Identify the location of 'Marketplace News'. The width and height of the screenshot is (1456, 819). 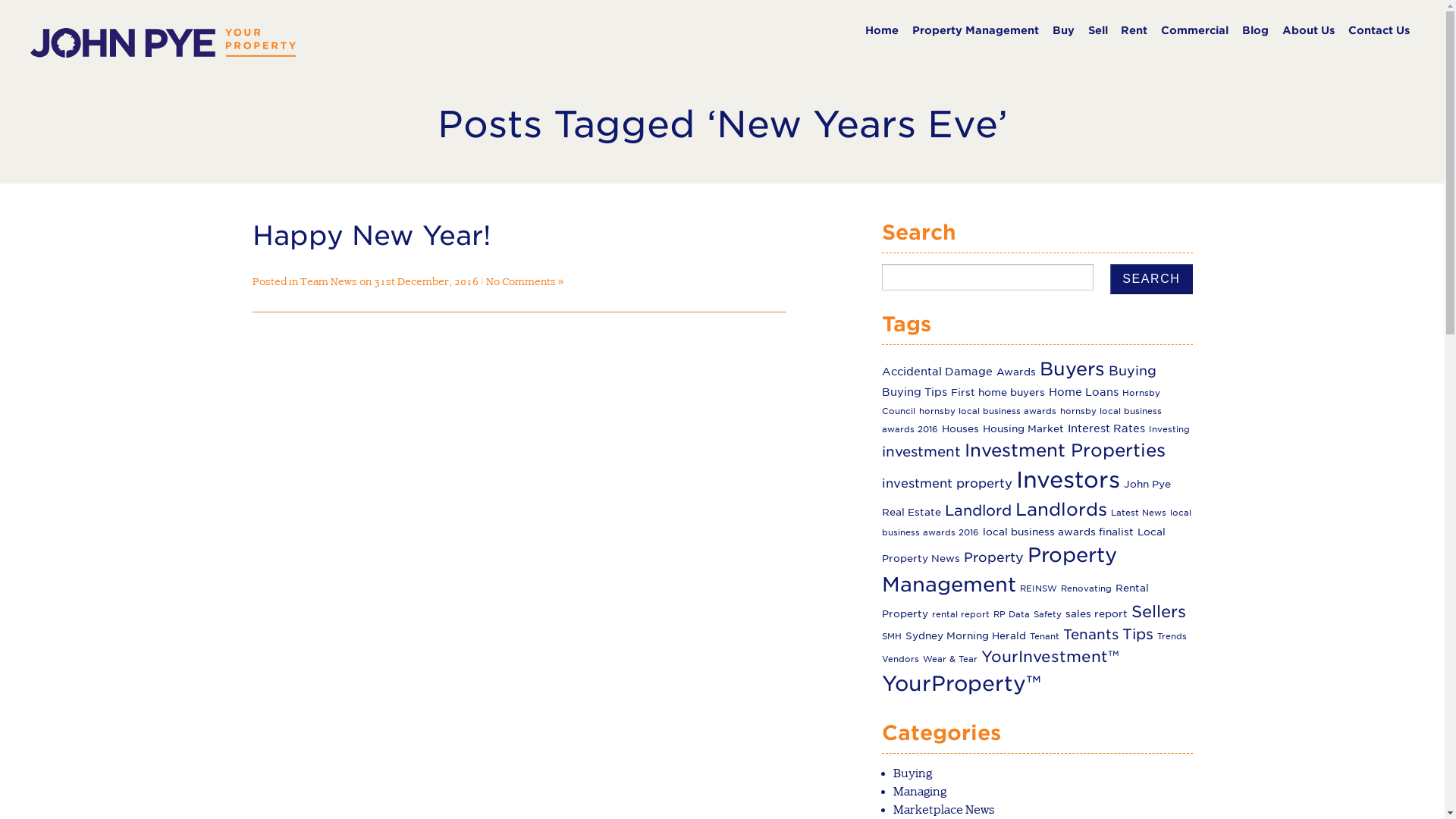
(943, 808).